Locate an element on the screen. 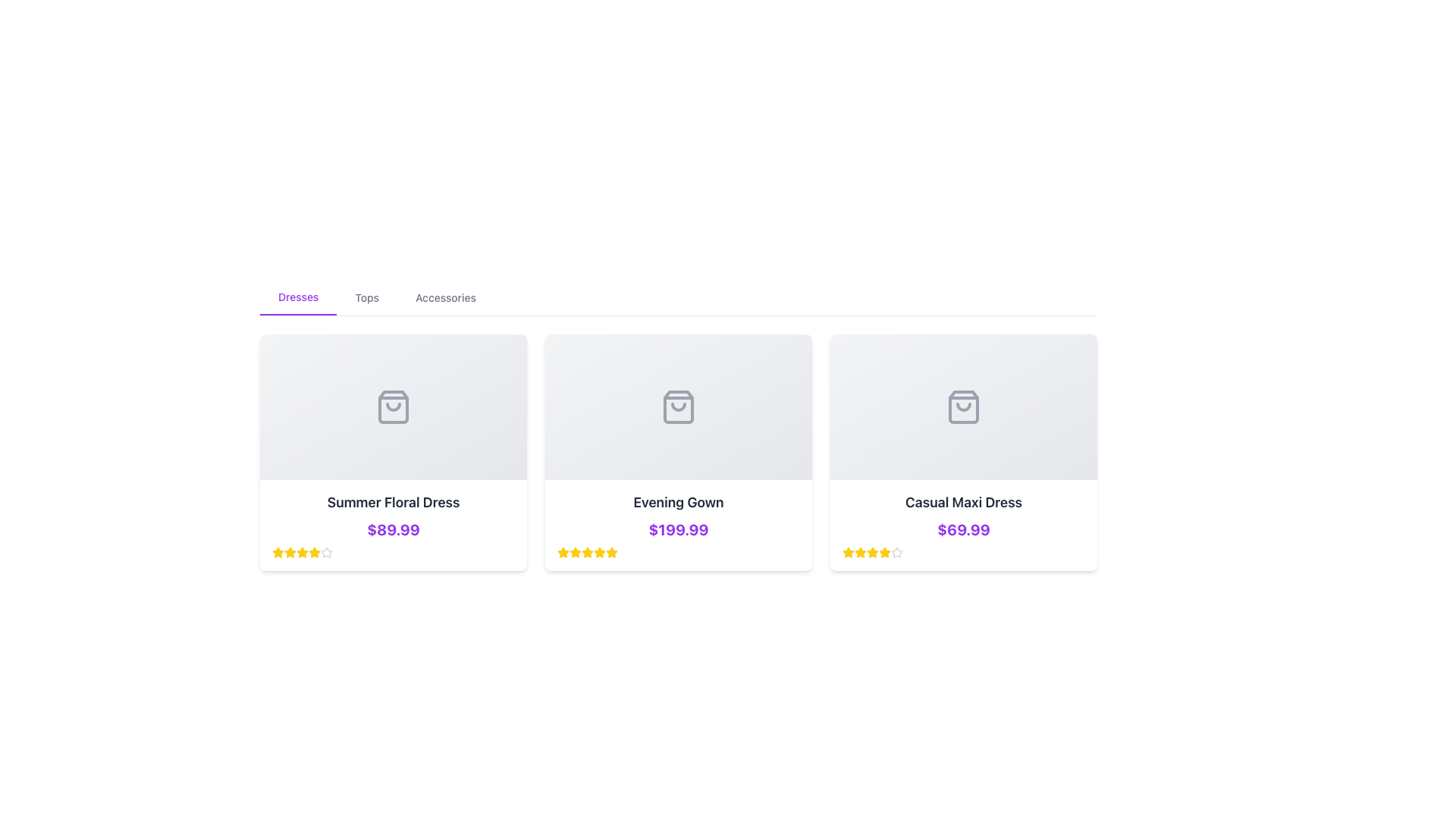  the interactive text label displaying the price '$199.99' for the 'Evening Gown' product, which is visually styled with bold, large purple text and located in the center card below the product name is located at coordinates (677, 529).